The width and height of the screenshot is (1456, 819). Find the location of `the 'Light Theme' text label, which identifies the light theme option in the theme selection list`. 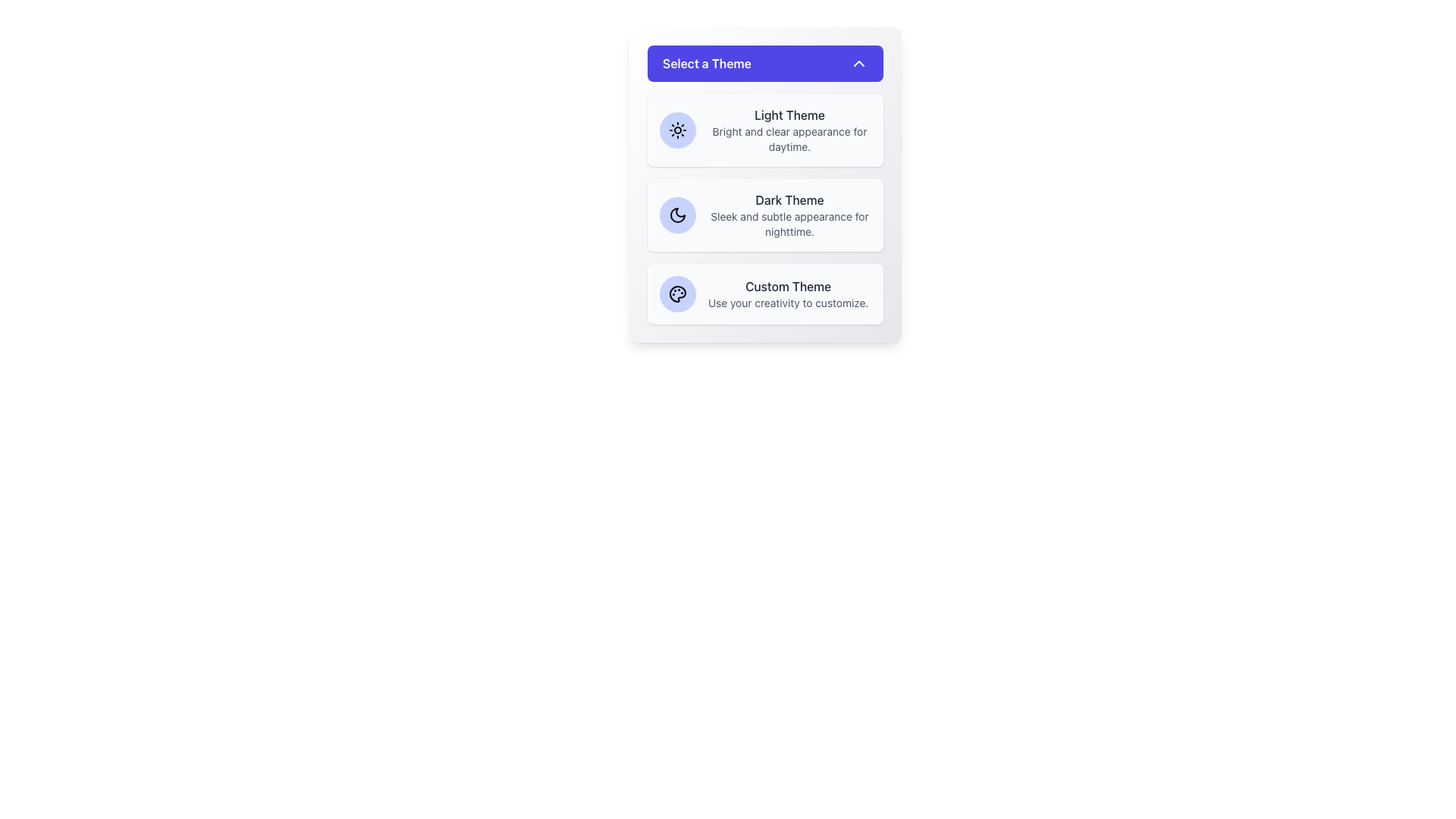

the 'Light Theme' text label, which identifies the light theme option in the theme selection list is located at coordinates (789, 114).